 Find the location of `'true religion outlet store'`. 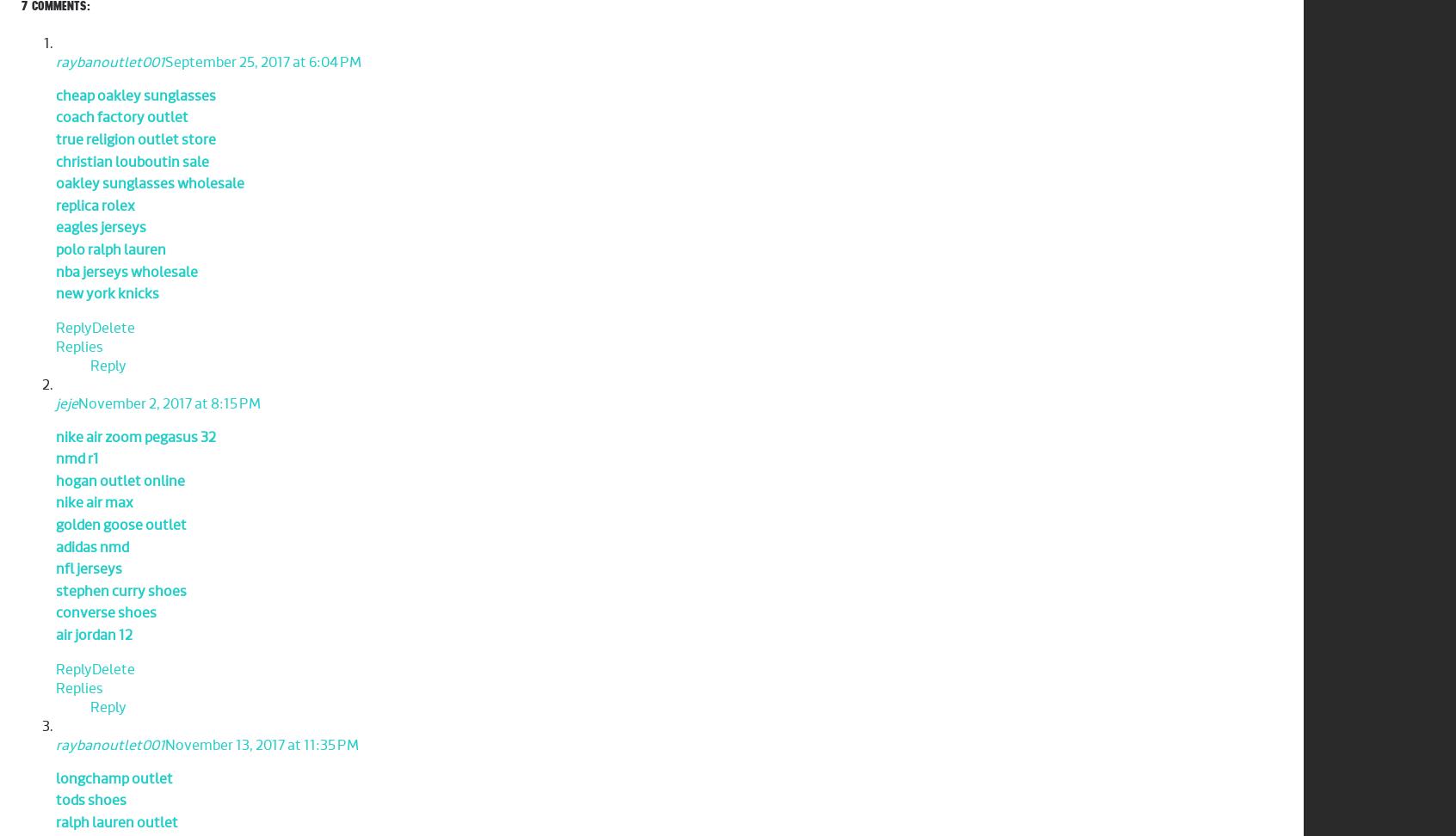

'true religion outlet store' is located at coordinates (135, 139).